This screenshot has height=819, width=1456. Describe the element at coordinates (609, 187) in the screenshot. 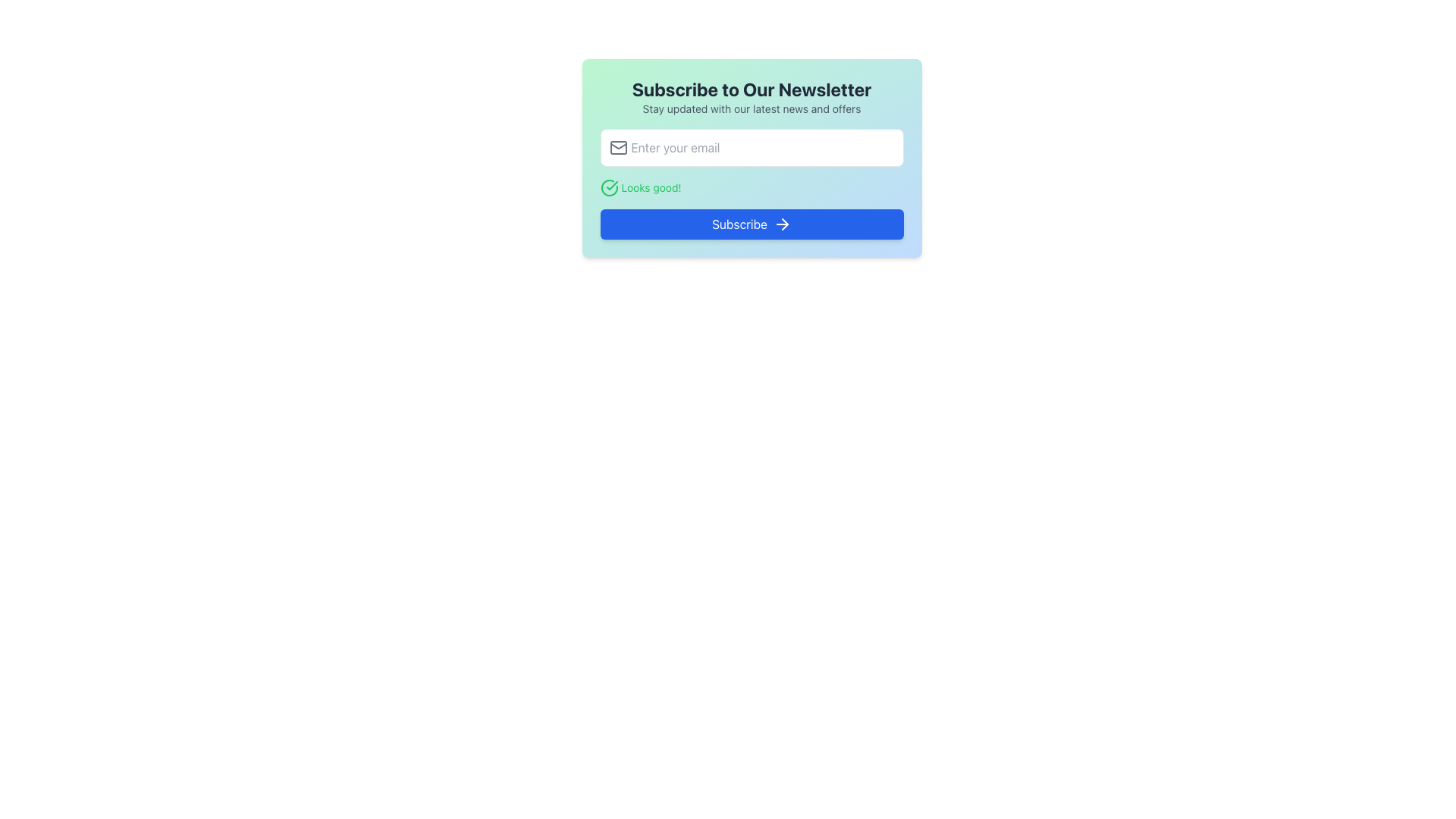

I see `the validation icon next to the 'Looks good!' text label below the email input field in the subscription form to inspect it` at that location.